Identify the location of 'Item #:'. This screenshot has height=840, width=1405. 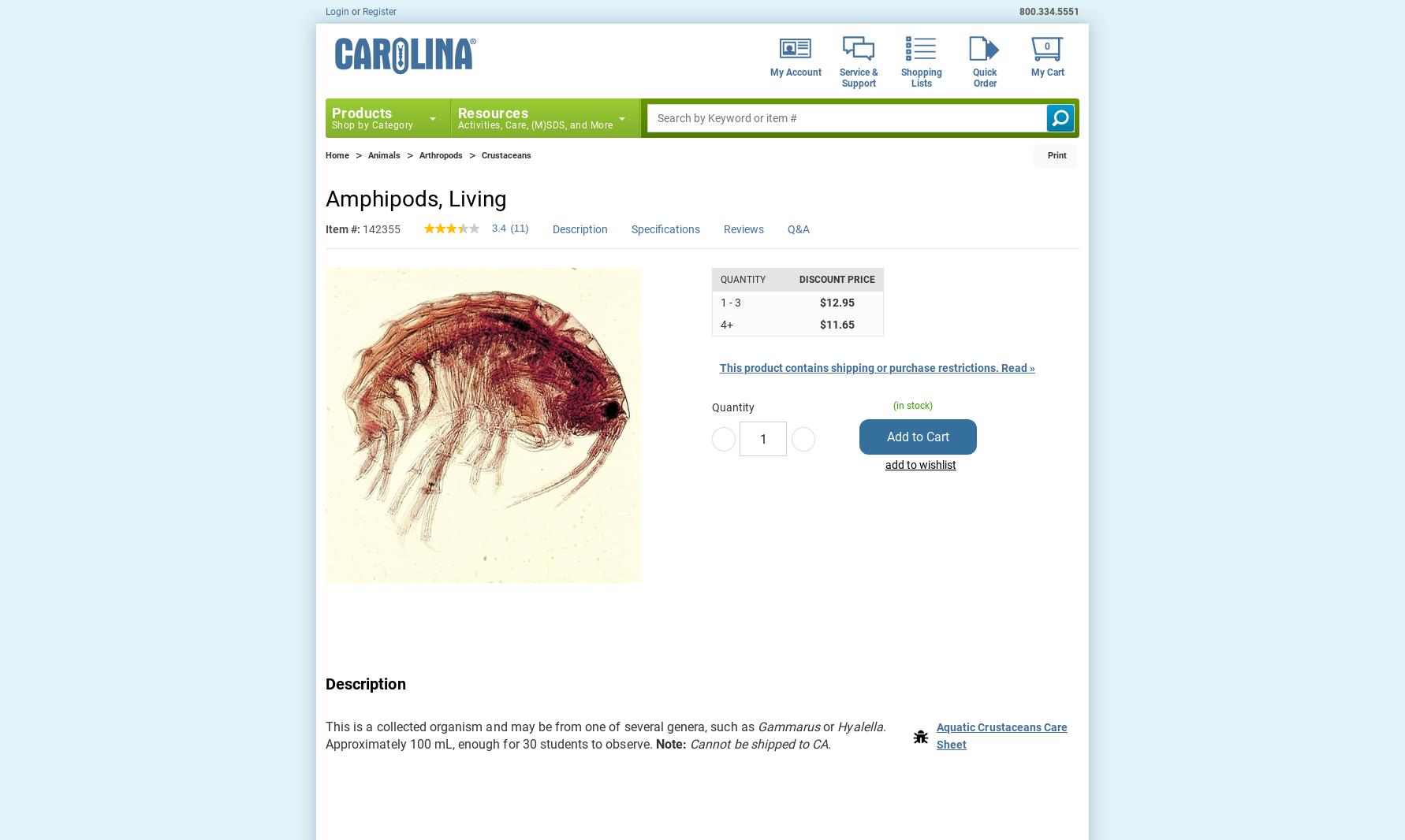
(342, 229).